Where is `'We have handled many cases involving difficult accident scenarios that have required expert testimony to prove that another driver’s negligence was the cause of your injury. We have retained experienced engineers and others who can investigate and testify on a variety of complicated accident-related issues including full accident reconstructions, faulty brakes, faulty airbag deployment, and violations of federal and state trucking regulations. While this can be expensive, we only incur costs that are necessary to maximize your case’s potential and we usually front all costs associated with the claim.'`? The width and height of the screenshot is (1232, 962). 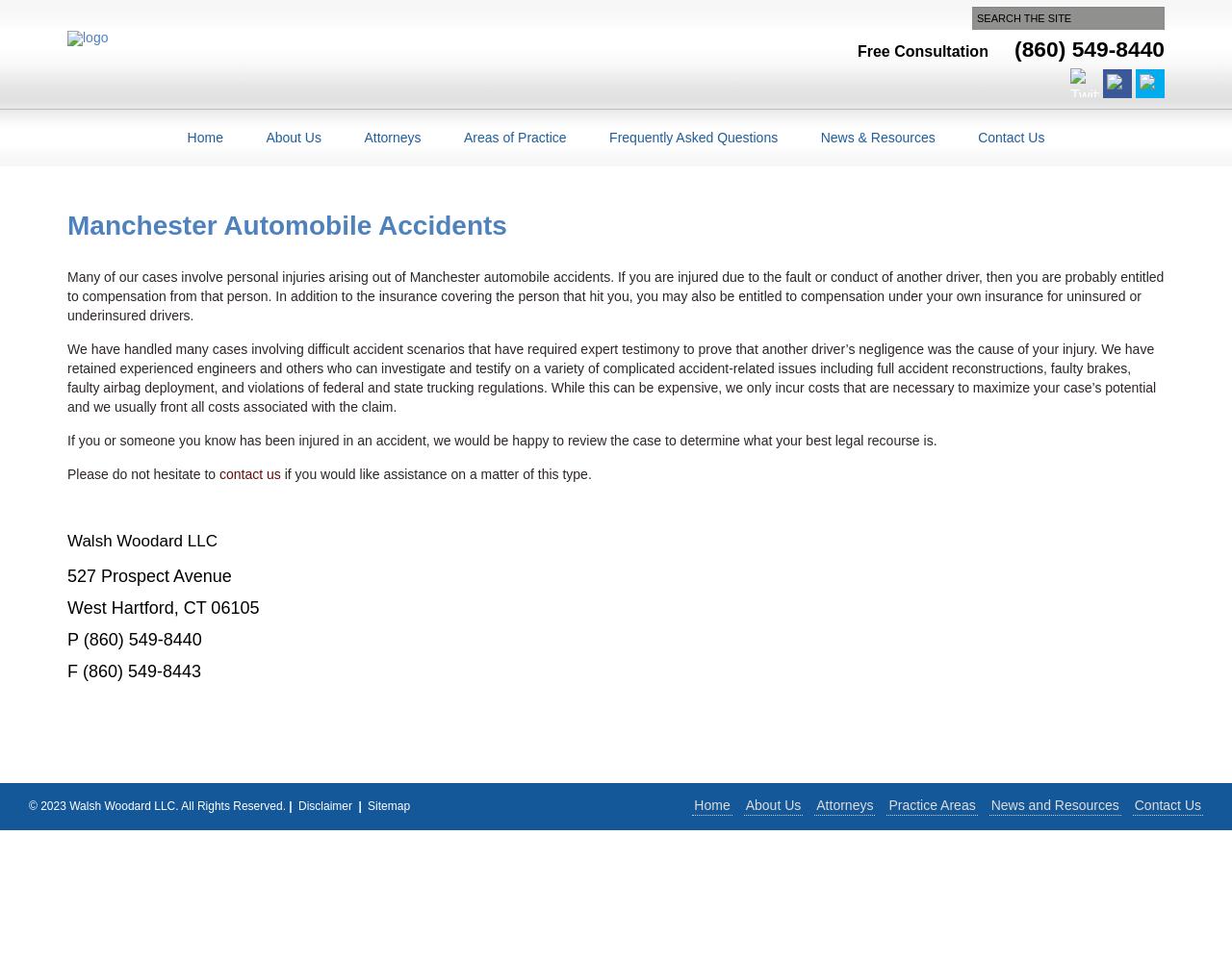
'We have handled many cases involving difficult accident scenarios that have required expert testimony to prove that another driver’s negligence was the cause of your injury. We have retained experienced engineers and others who can investigate and testify on a variety of complicated accident-related issues including full accident reconstructions, faulty brakes, faulty airbag deployment, and violations of federal and state trucking regulations. While this can be expensive, we only incur costs that are necessary to maximize your case’s potential and we usually front all costs associated with the claim.' is located at coordinates (610, 377).